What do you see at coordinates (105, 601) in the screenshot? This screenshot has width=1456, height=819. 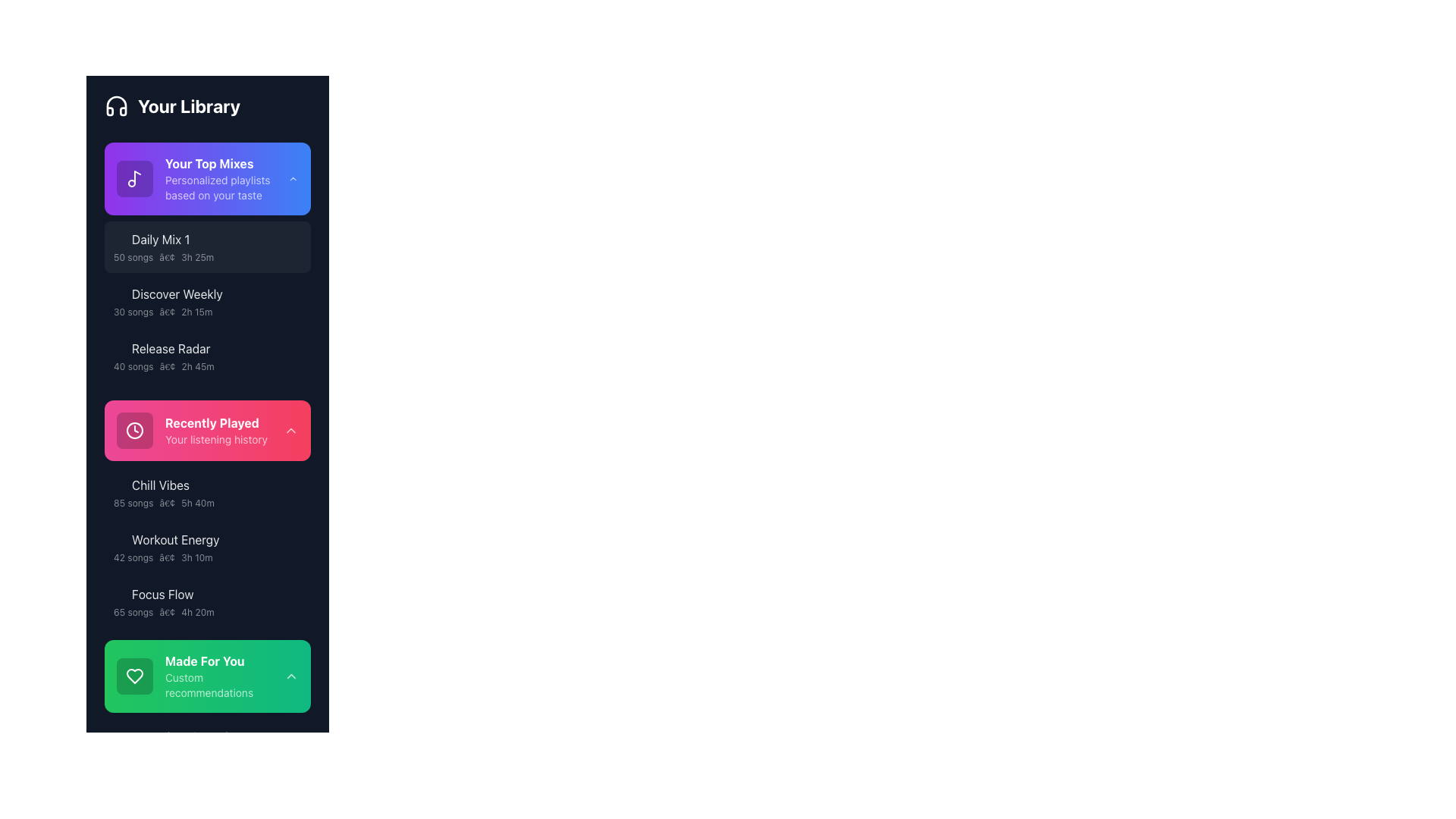 I see `the narrow vertical bar on the left edge of the 'Focus Flow' section under 'Your Library', which features a gradient styling transitioning from semi-transparent white to completely transparent` at bounding box center [105, 601].